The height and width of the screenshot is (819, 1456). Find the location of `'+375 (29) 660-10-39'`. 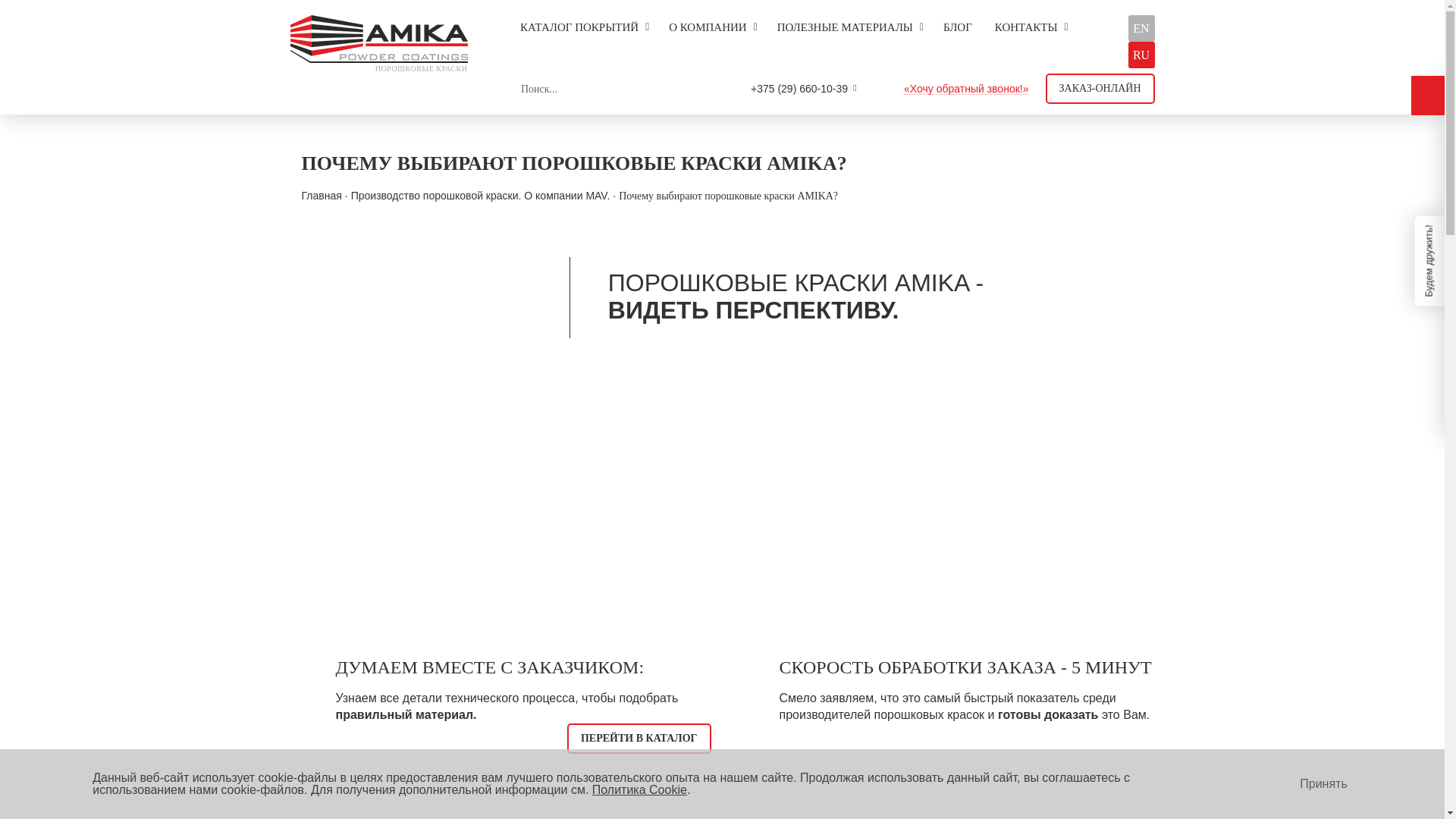

'+375 (29) 660-10-39' is located at coordinates (799, 88).